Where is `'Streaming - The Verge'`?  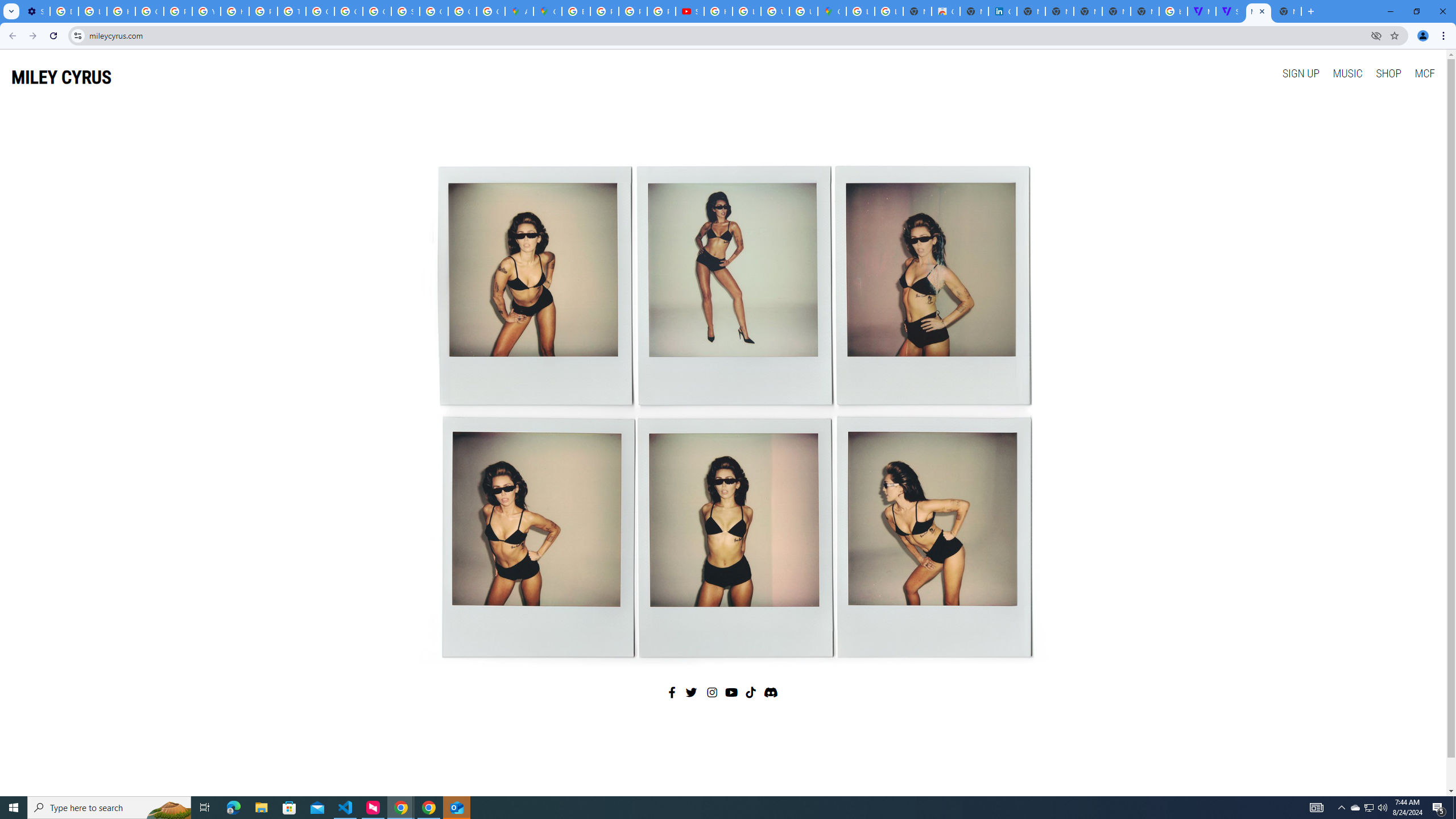 'Streaming - The Verge' is located at coordinates (1230, 11).